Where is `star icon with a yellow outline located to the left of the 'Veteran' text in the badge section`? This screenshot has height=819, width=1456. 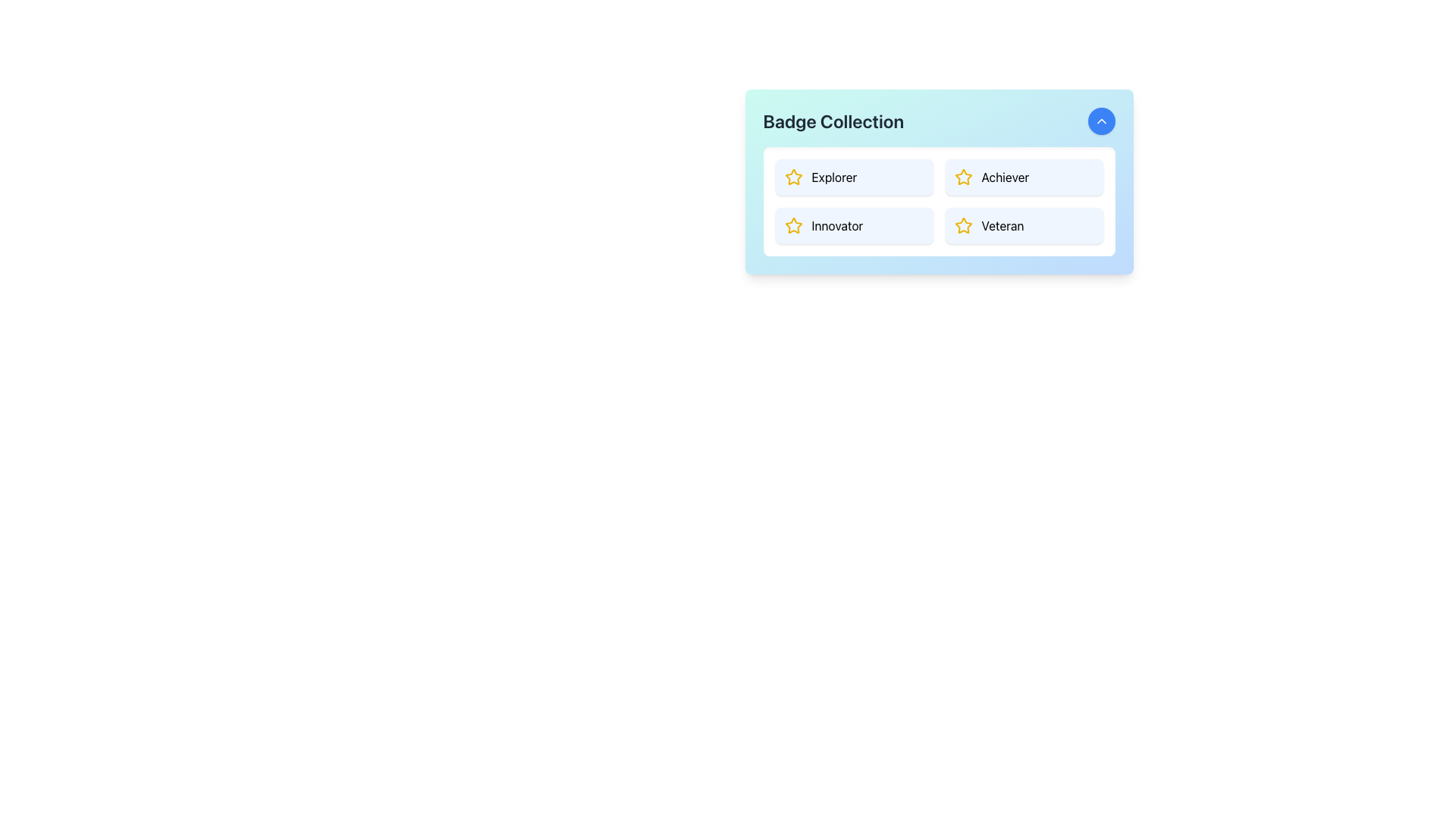
star icon with a yellow outline located to the left of the 'Veteran' text in the badge section is located at coordinates (962, 225).